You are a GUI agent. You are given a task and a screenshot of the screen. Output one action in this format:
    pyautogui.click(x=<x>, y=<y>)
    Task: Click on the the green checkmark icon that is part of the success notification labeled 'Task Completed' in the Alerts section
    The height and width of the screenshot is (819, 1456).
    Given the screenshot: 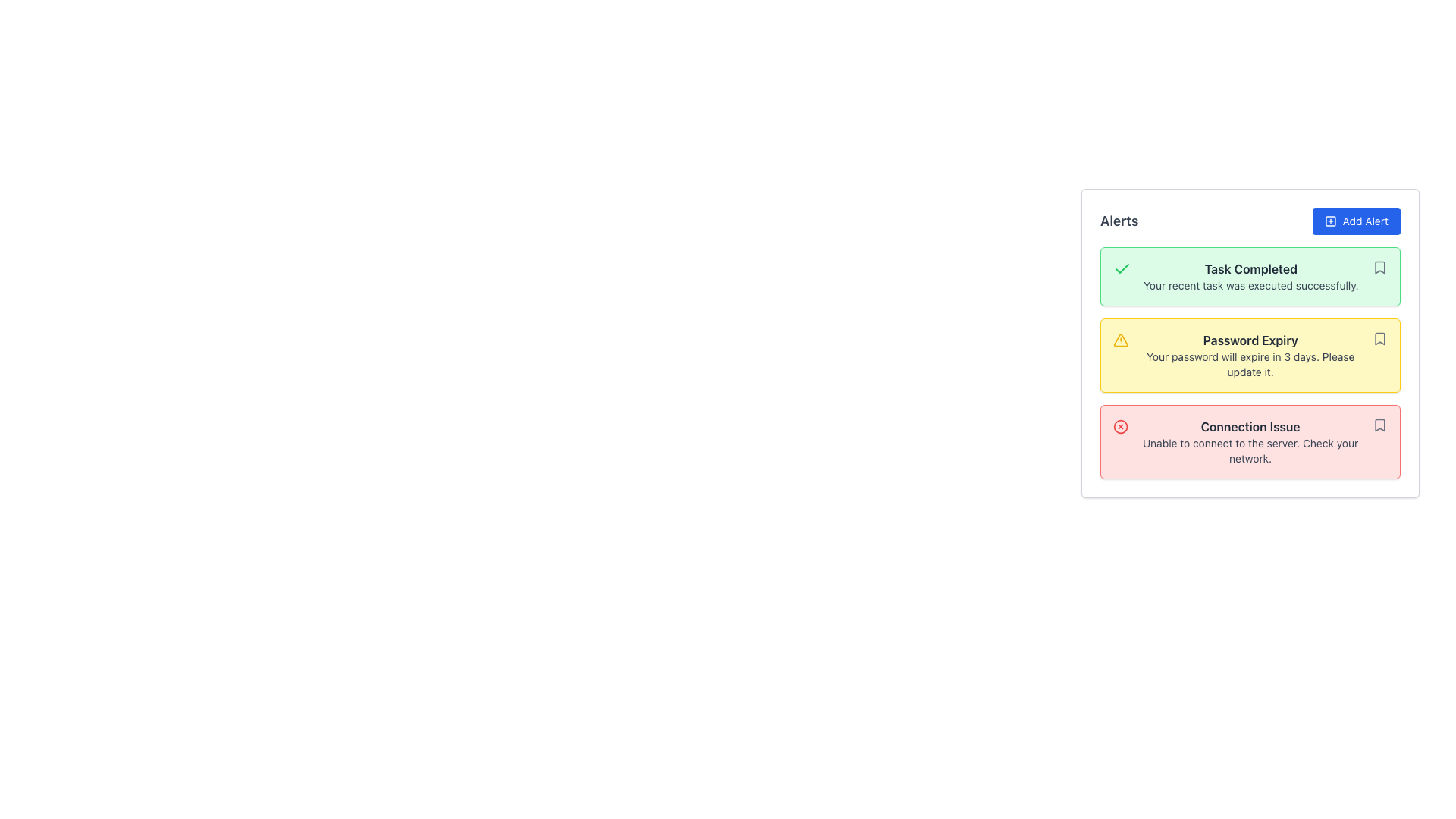 What is the action you would take?
    pyautogui.click(x=1122, y=268)
    